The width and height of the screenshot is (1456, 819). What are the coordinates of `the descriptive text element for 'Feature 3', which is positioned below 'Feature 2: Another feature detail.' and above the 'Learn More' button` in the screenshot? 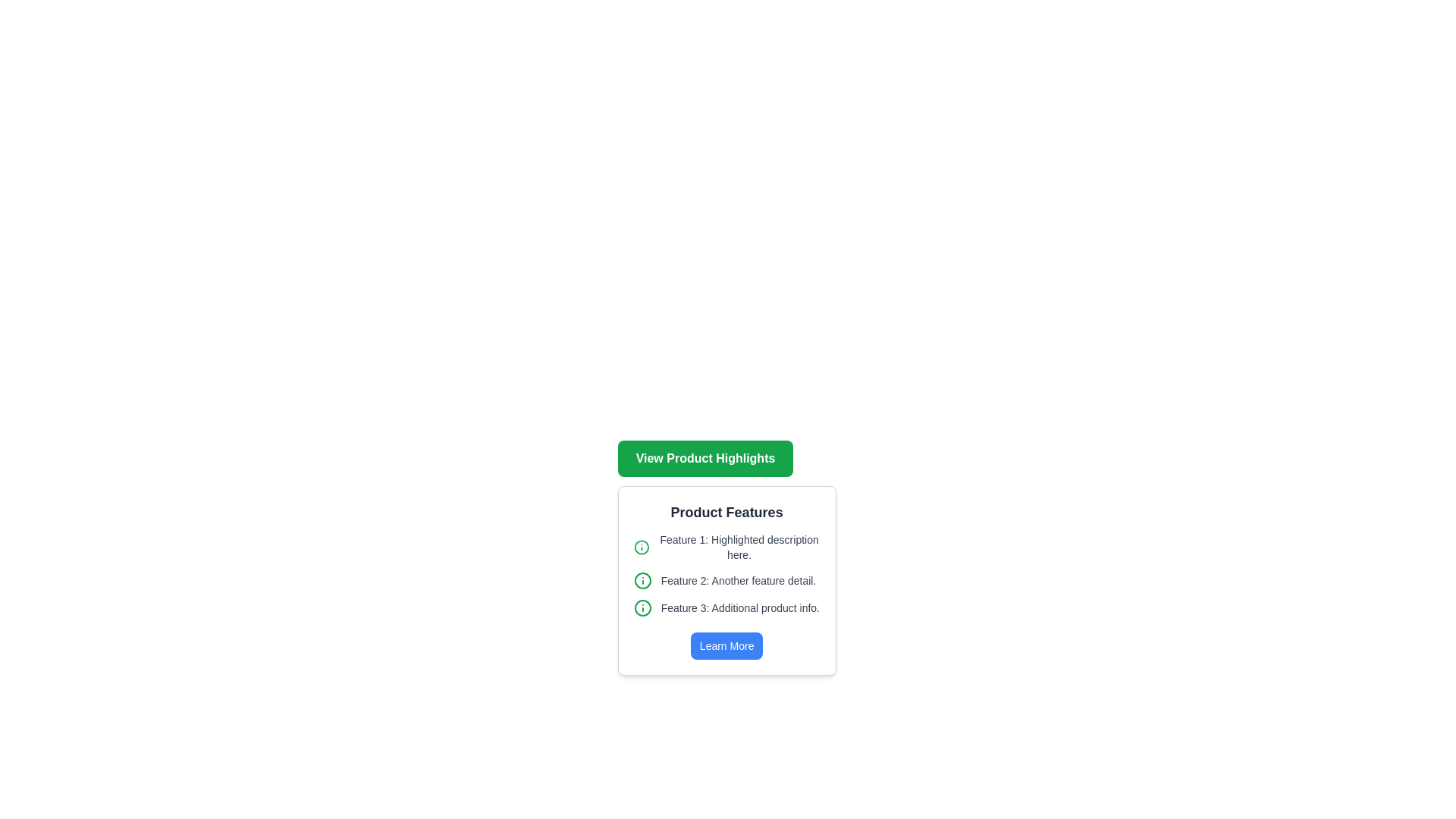 It's located at (726, 607).